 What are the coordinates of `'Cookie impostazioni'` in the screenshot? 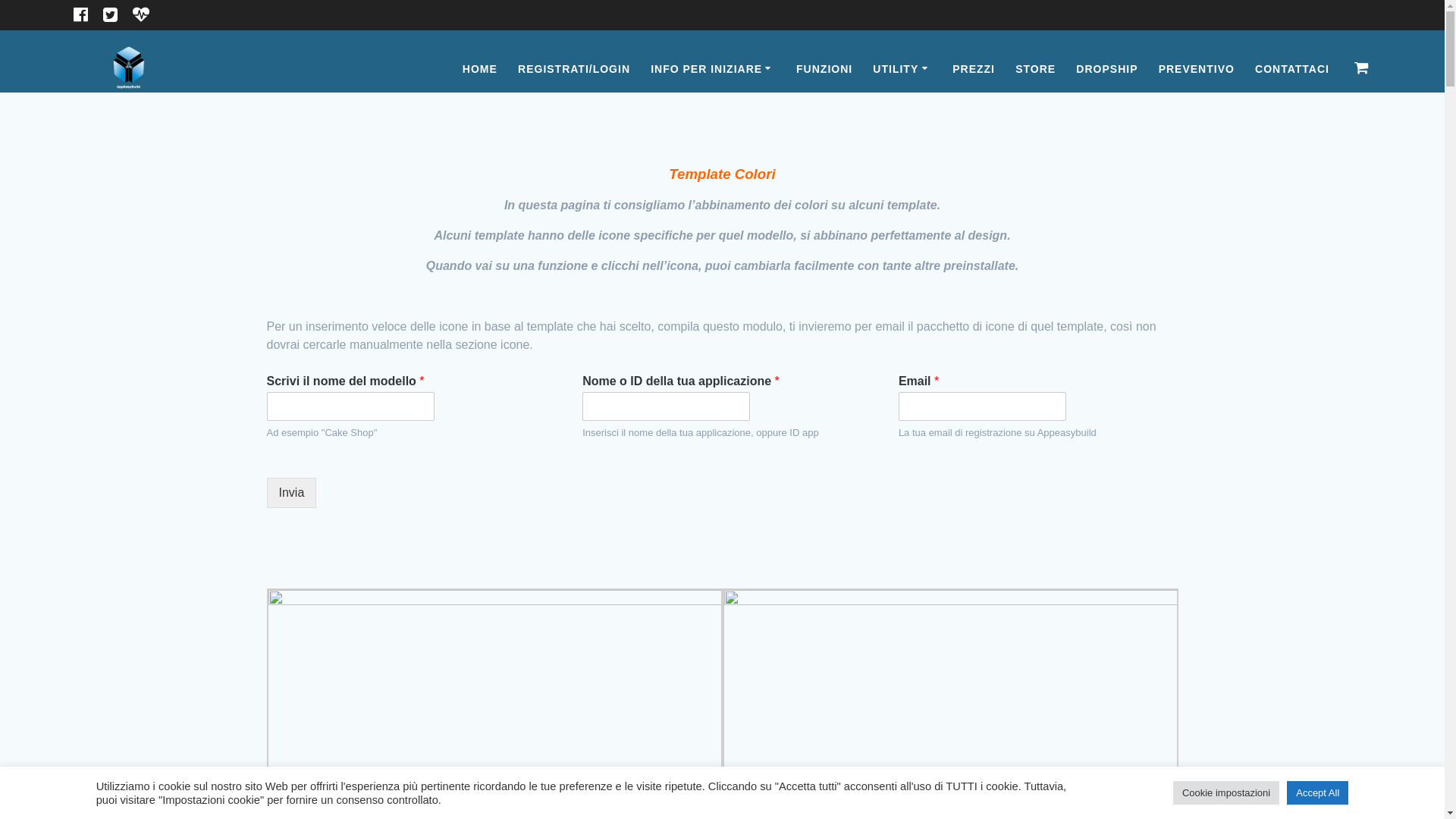 It's located at (1226, 792).